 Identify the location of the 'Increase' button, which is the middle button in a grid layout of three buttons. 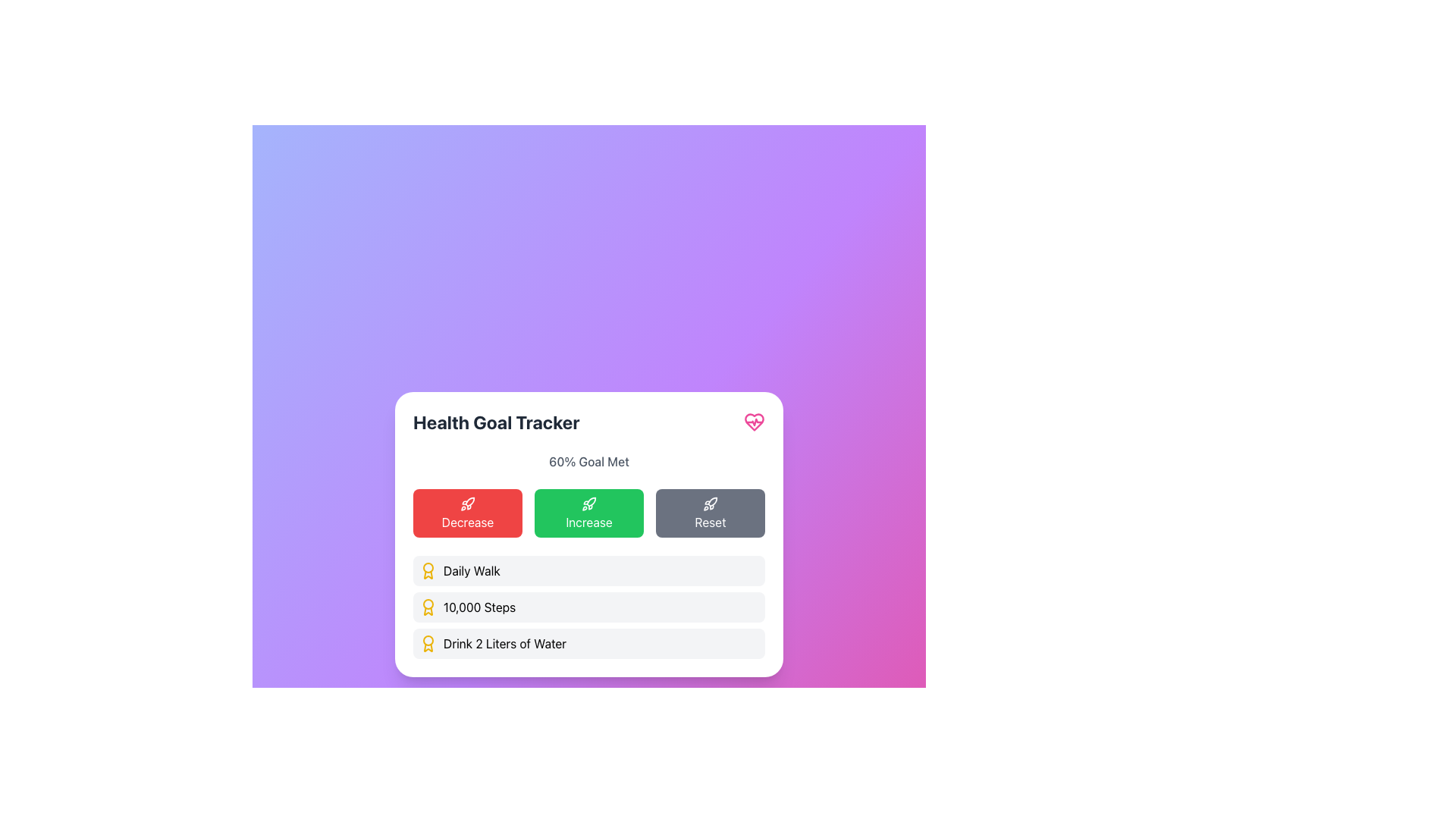
(588, 513).